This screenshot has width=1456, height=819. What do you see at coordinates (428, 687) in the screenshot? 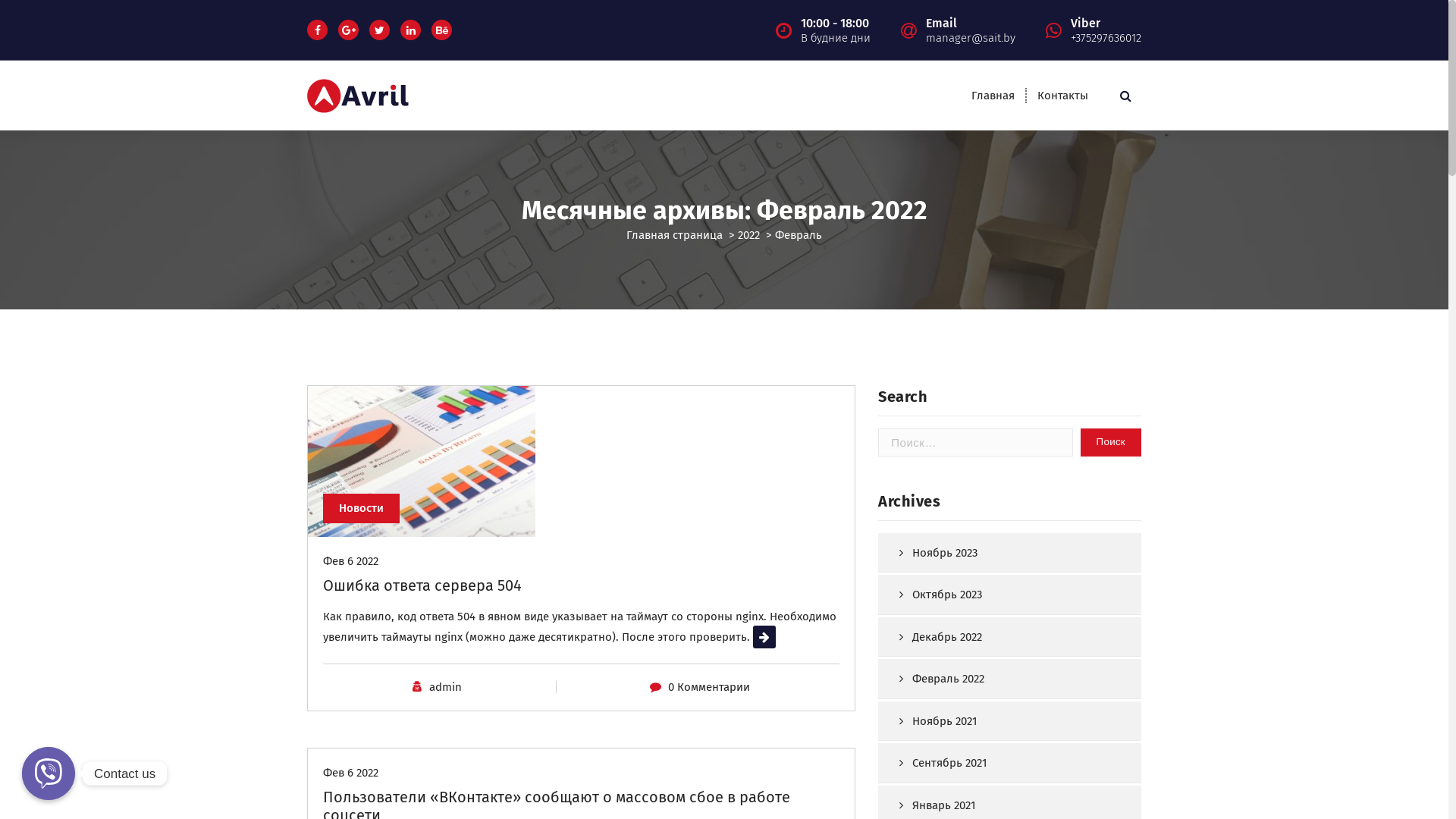
I see `'admin'` at bounding box center [428, 687].